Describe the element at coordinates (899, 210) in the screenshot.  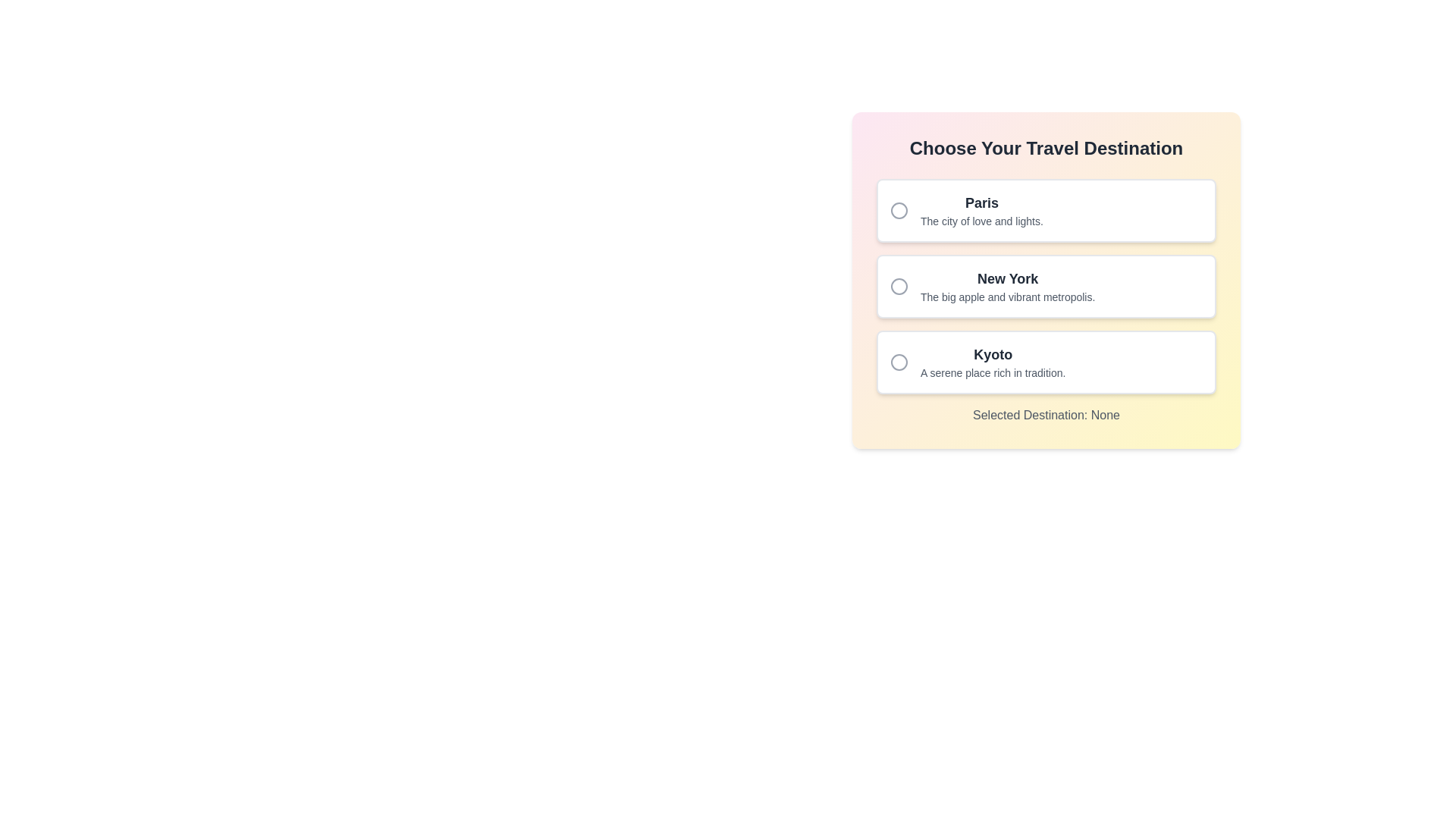
I see `the Circle Indicator in the SVG Radio Button` at that location.